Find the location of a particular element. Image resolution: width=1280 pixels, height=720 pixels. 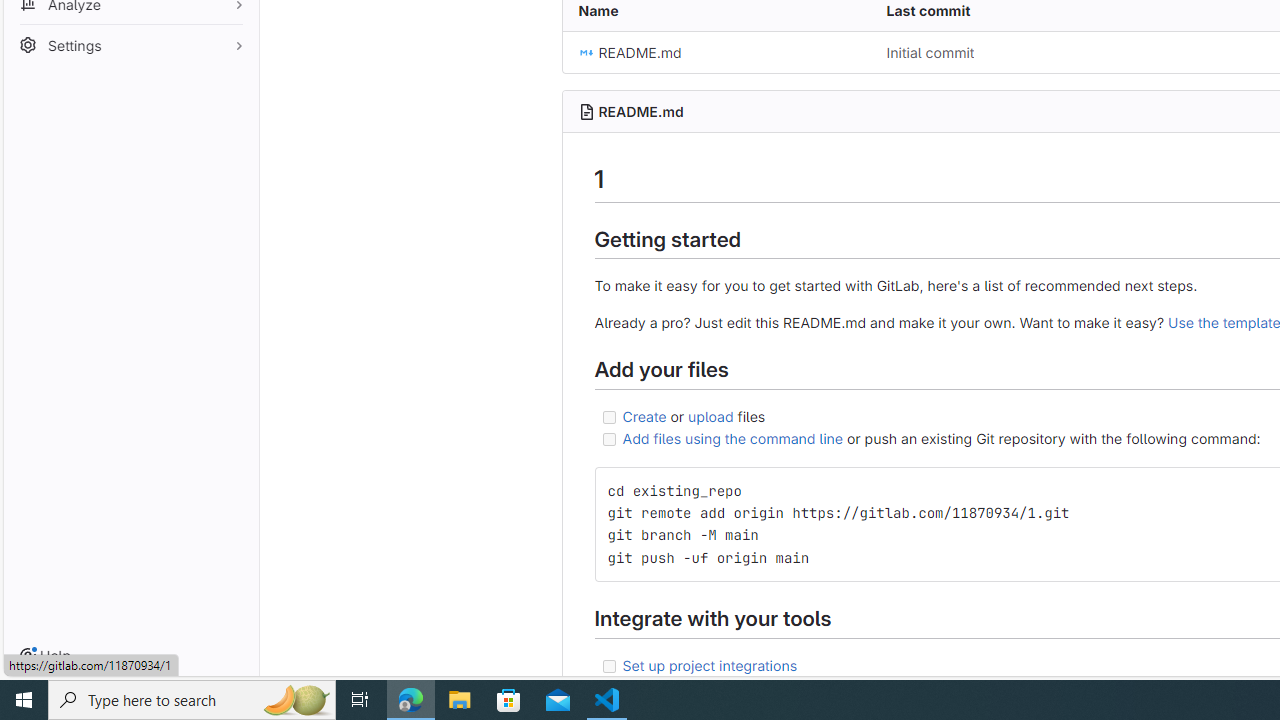

'upload' is located at coordinates (711, 414).